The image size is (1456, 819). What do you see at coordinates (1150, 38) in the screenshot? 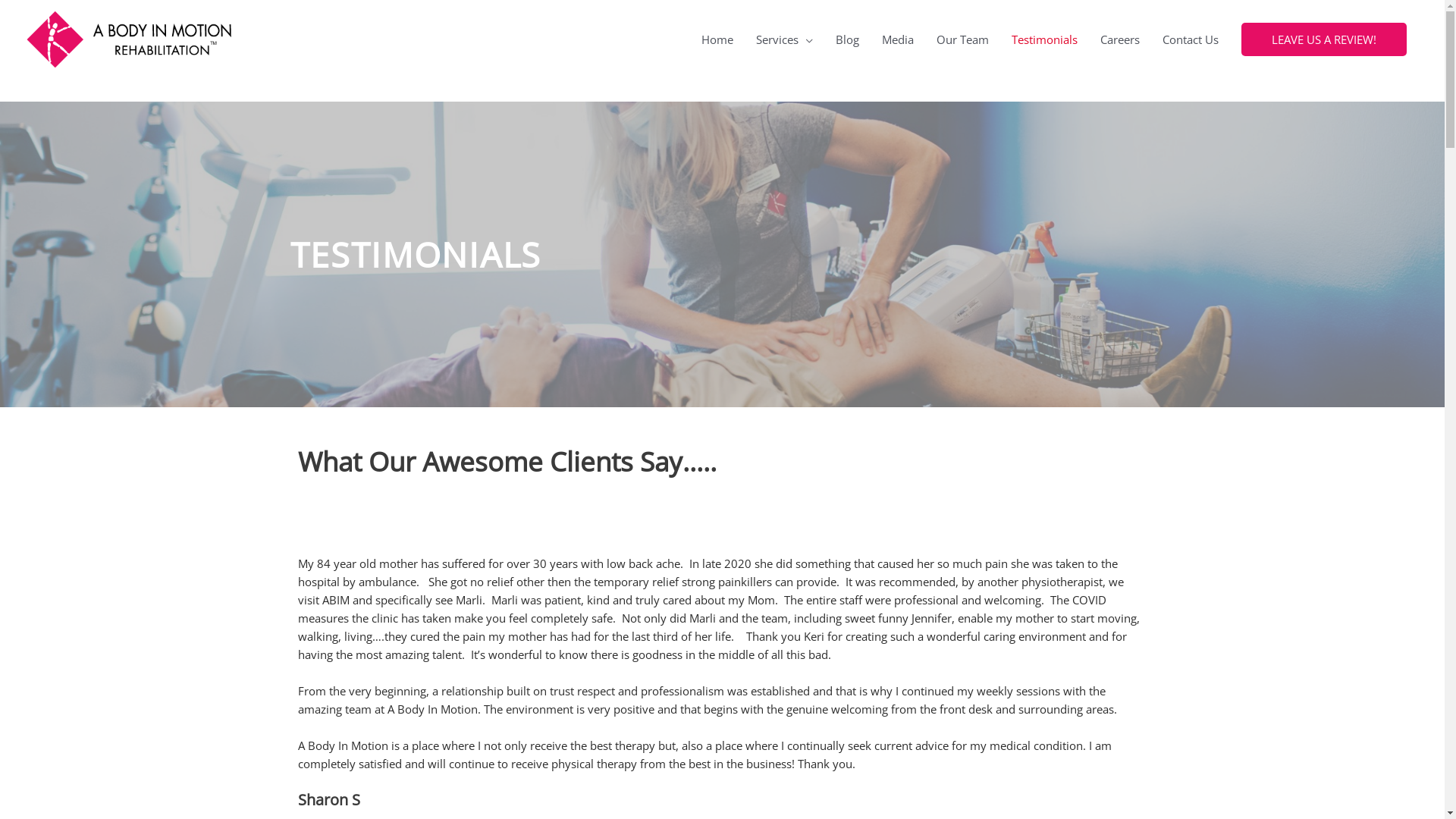
I see `'Contact Us'` at bounding box center [1150, 38].